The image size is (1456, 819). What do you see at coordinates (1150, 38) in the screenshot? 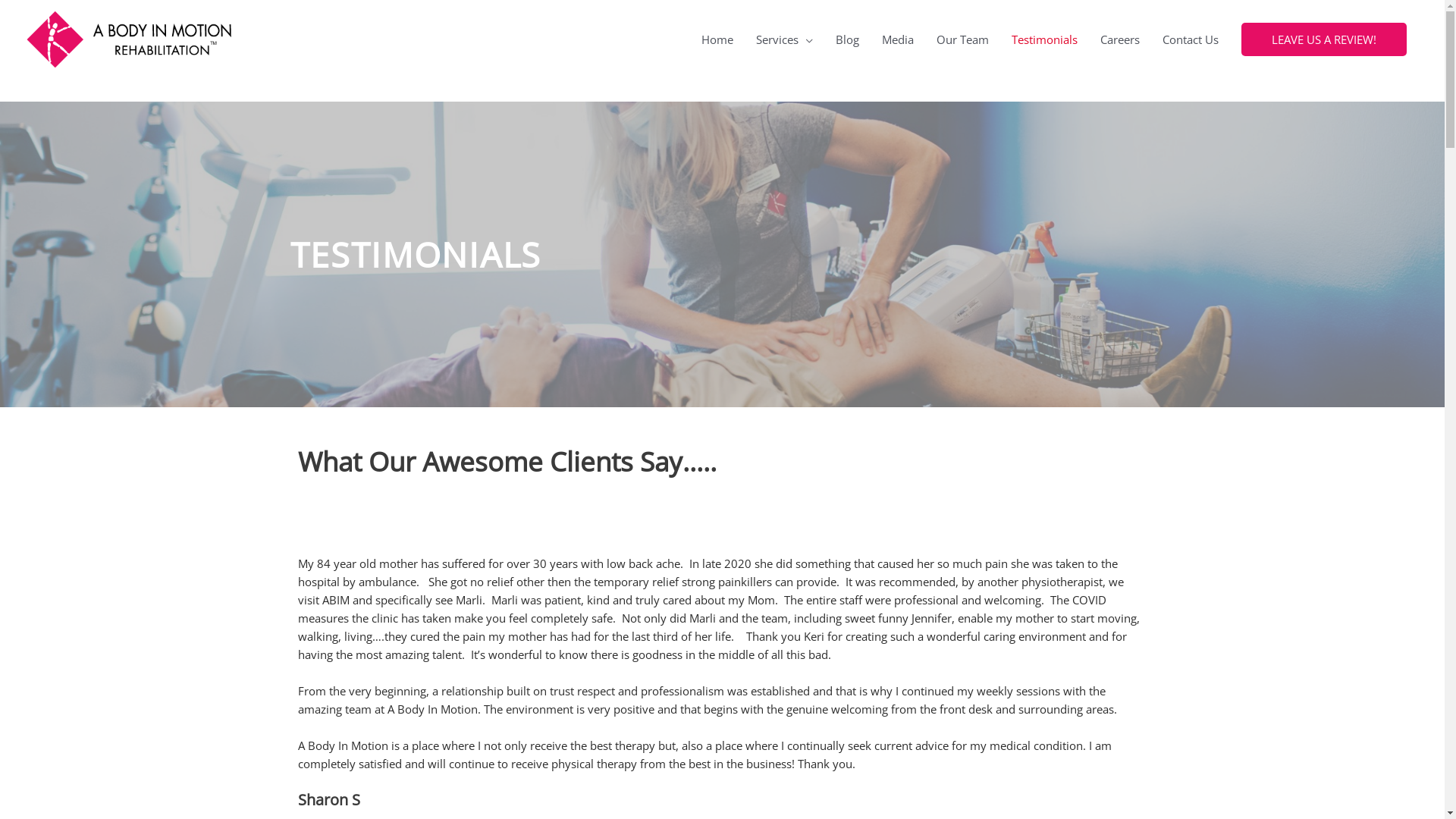
I see `'Contact Us'` at bounding box center [1150, 38].